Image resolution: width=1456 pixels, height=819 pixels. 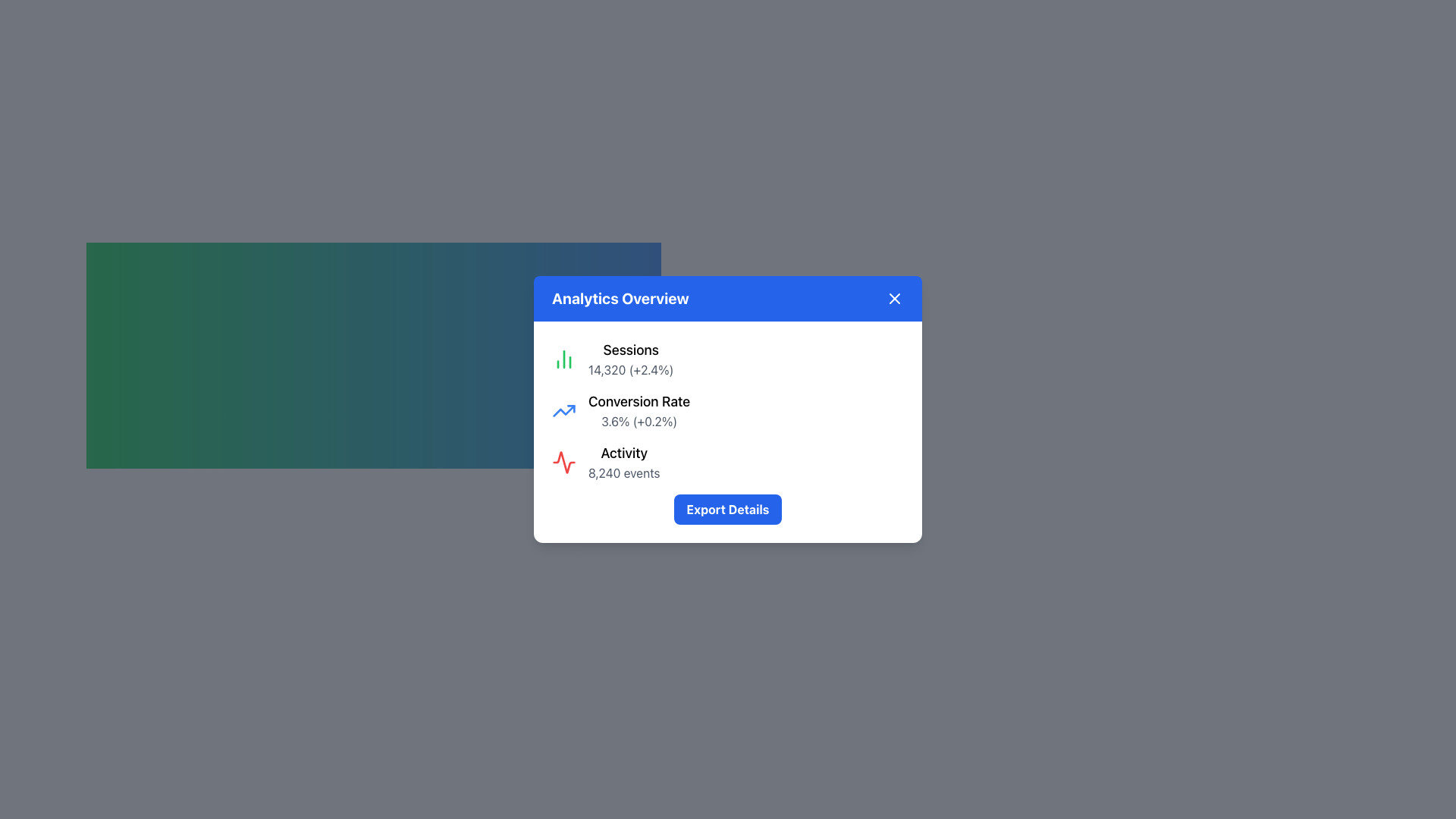 I want to click on the 'Activity' label displayed in bold black font within the white card titled 'Analytics Overview', located above the '8,240 events' text, so click(x=624, y=452).